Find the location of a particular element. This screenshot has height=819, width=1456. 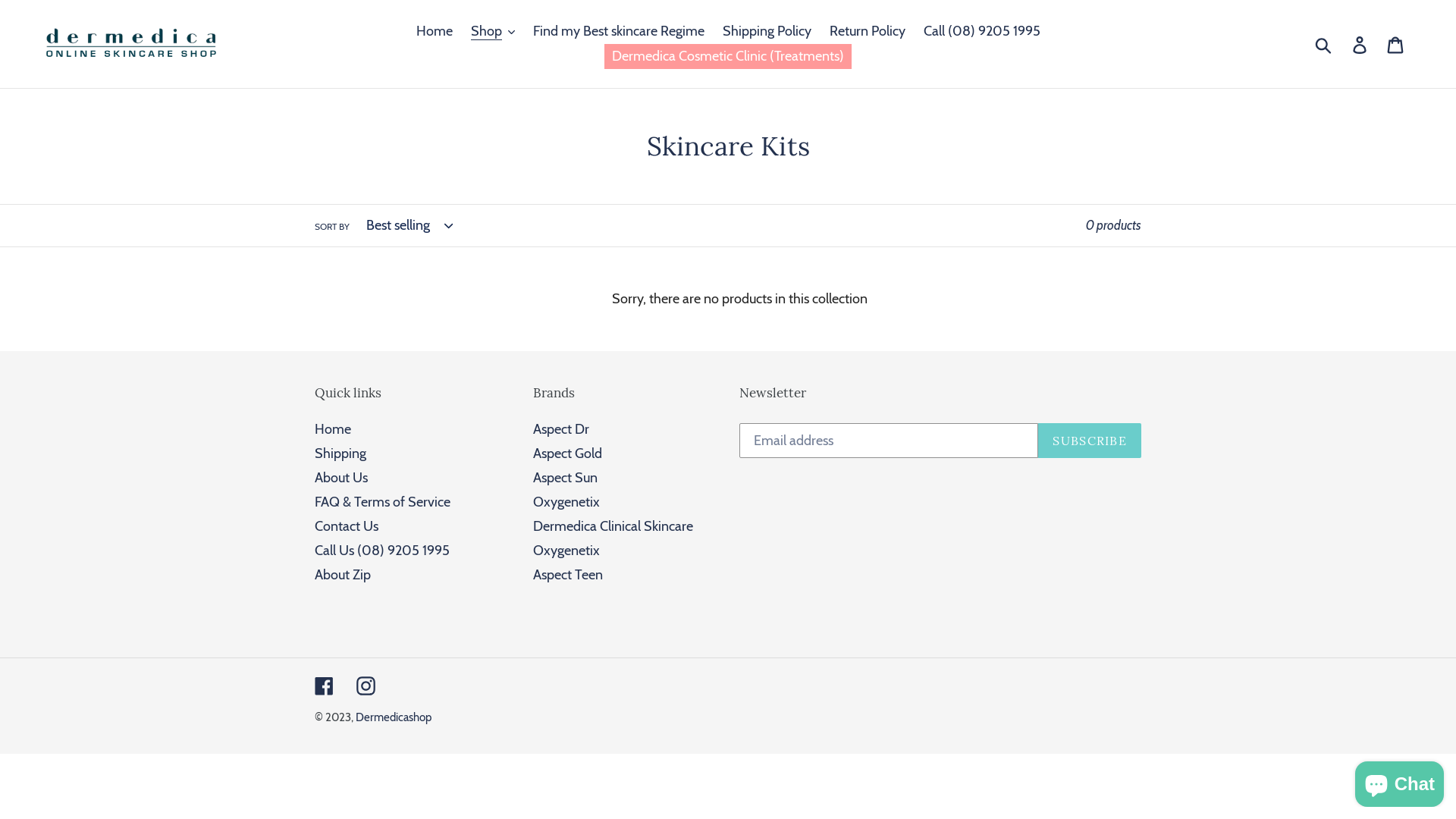

'Return Policy' is located at coordinates (821, 31).